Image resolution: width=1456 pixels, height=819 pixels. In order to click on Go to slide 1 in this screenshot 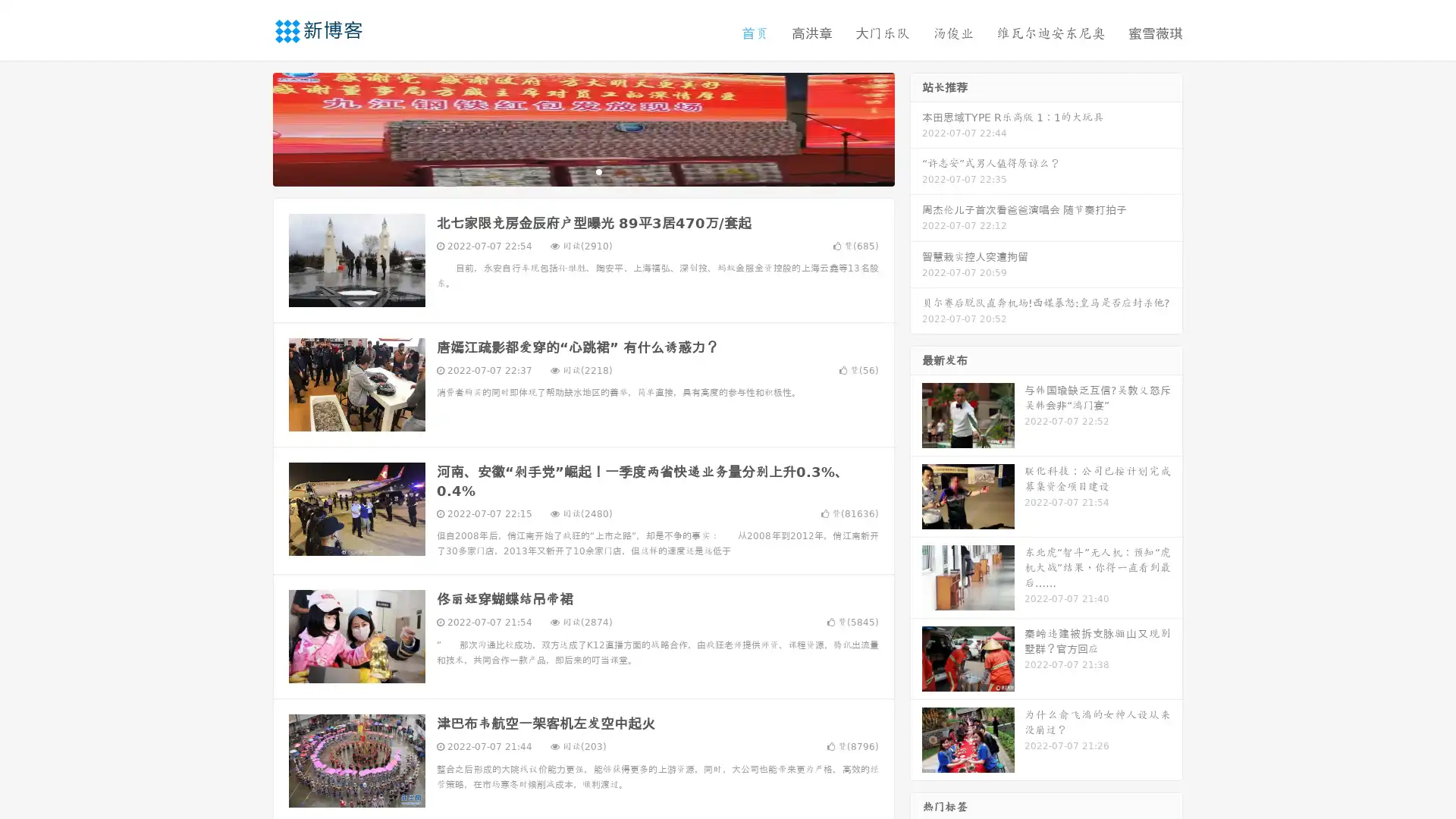, I will do `click(567, 171)`.